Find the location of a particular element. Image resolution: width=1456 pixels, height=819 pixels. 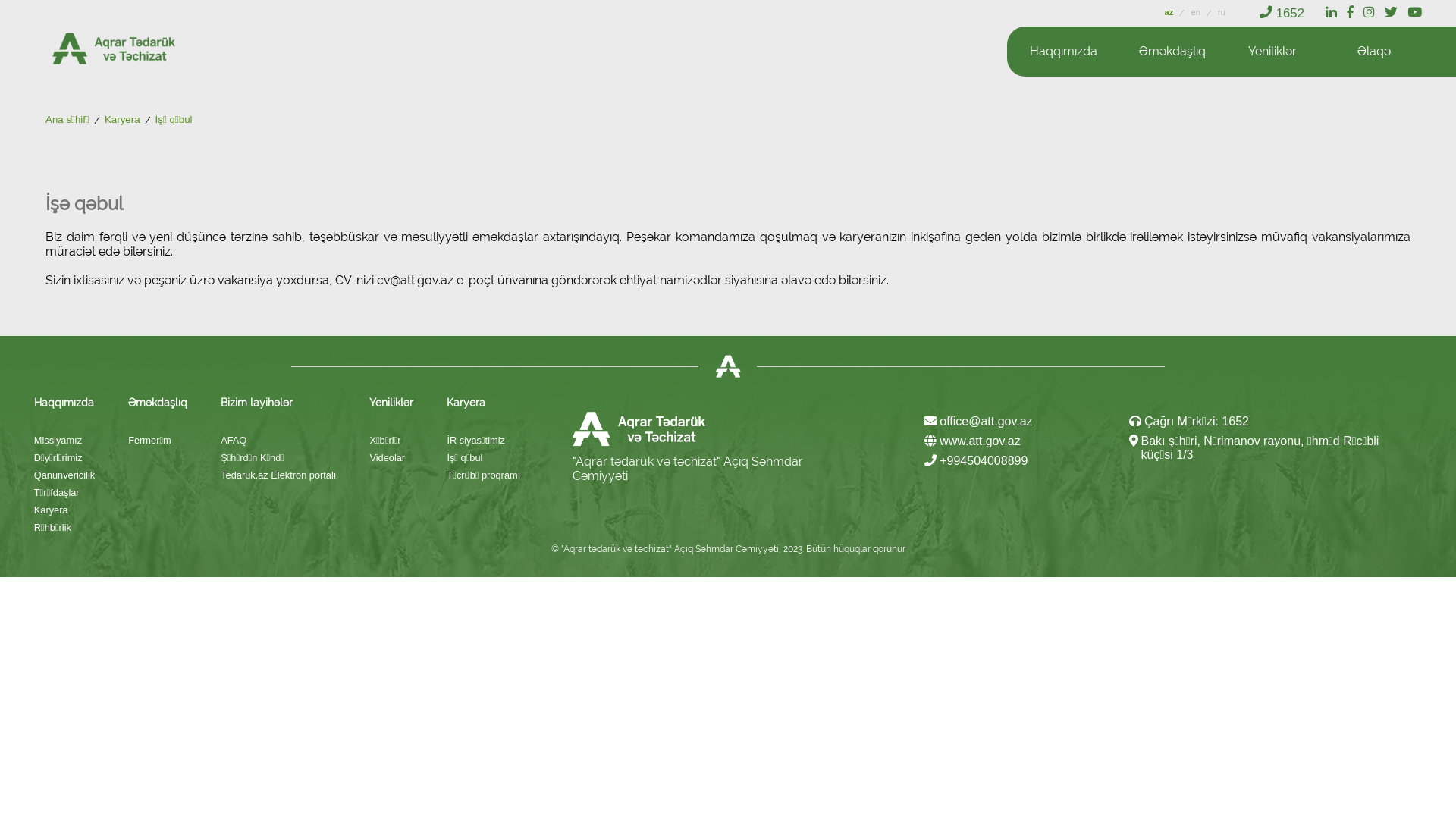

'en' is located at coordinates (1196, 11).